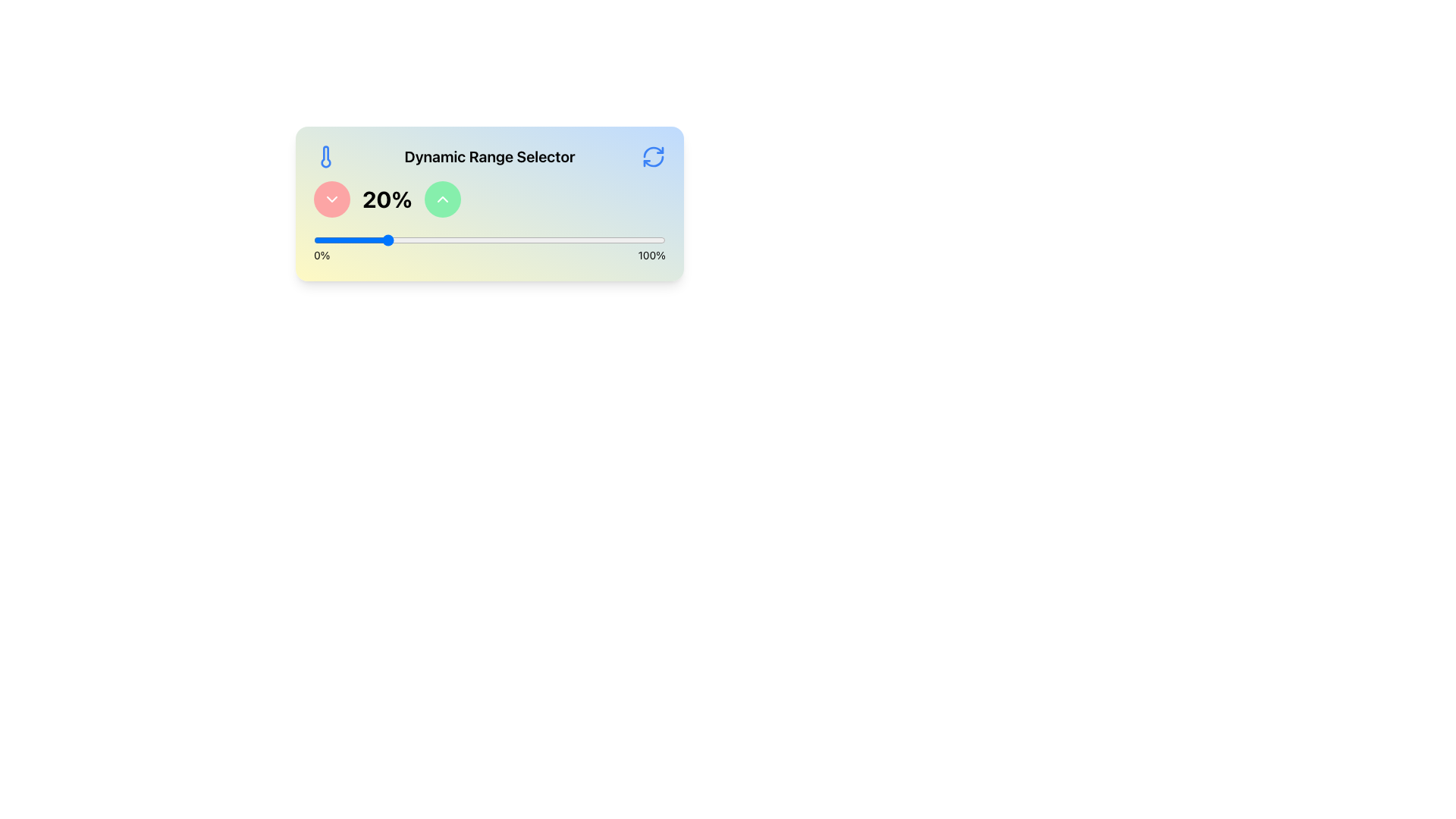 Image resolution: width=1456 pixels, height=819 pixels. What do you see at coordinates (654, 157) in the screenshot?
I see `the blue circular arrow icon located in the top-right corner of the card labeled 'Dynamic Range Selector'` at bounding box center [654, 157].